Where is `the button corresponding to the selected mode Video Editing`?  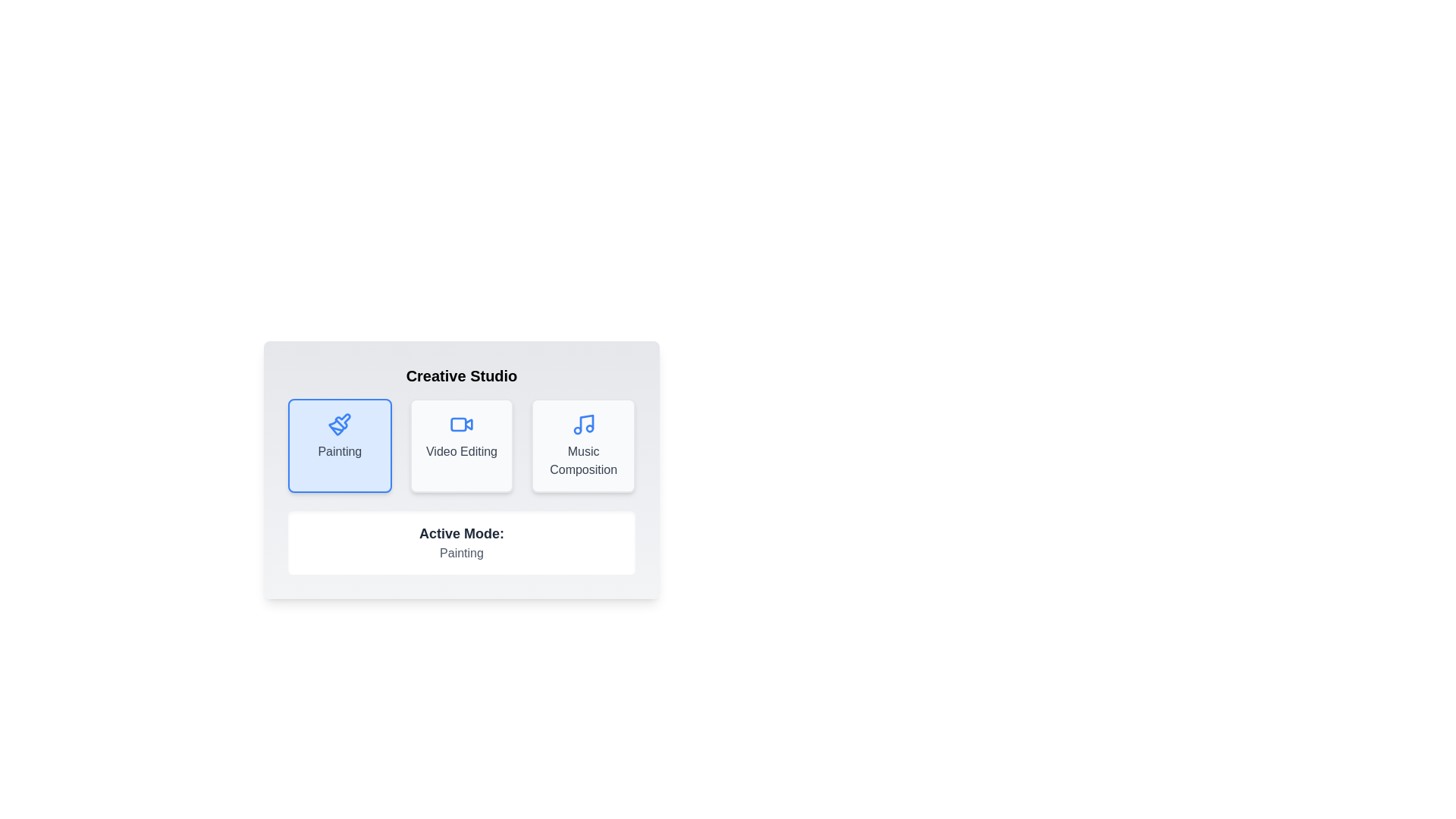 the button corresponding to the selected mode Video Editing is located at coordinates (461, 444).